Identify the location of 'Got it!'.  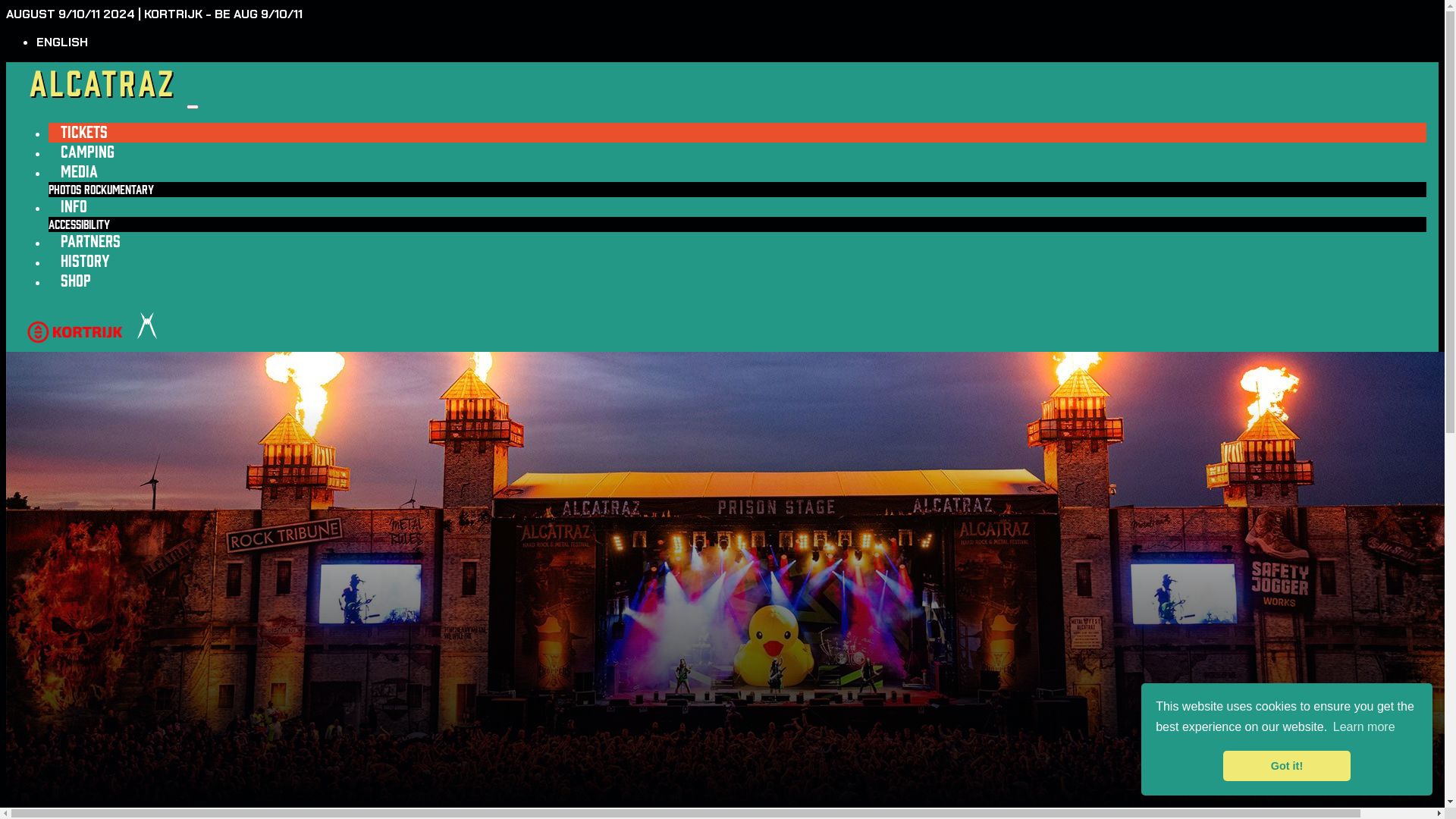
(1285, 766).